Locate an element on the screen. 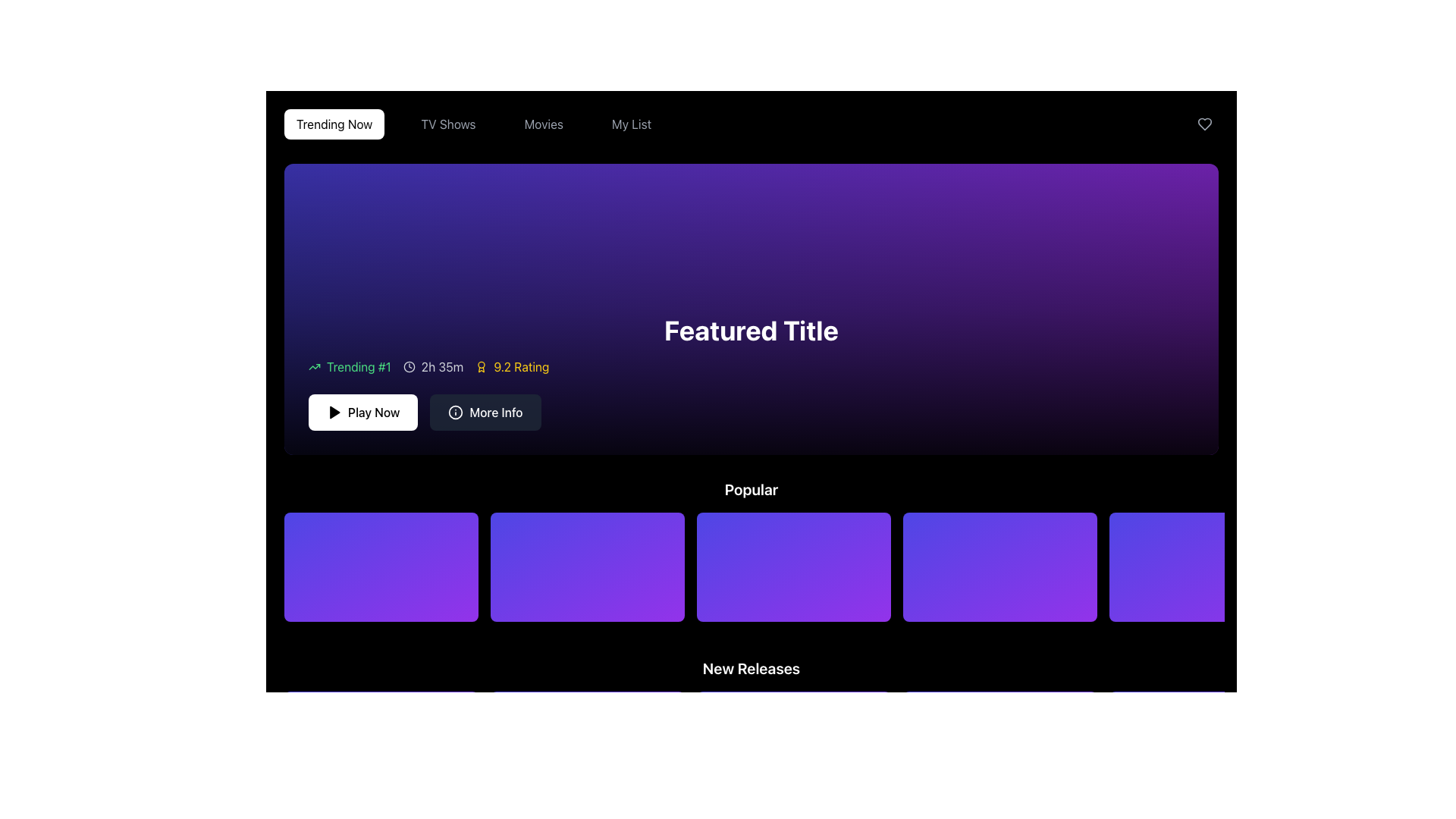 Image resolution: width=1456 pixels, height=819 pixels. the vibrant, gradient background Interactive Card located in the second position under the 'Popular' section is located at coordinates (586, 567).